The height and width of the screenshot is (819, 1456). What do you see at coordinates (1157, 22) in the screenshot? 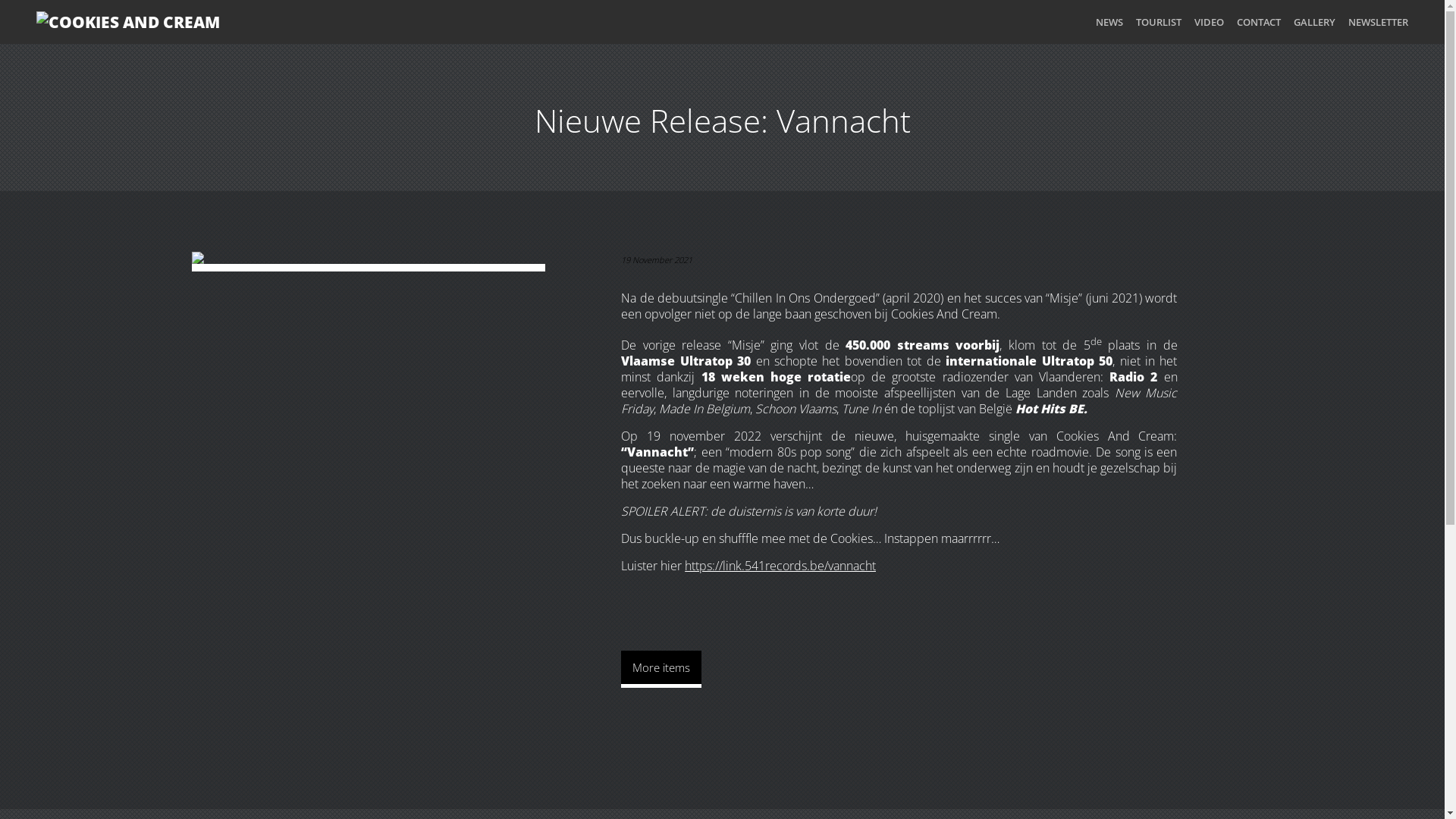
I see `'TOURLIST'` at bounding box center [1157, 22].